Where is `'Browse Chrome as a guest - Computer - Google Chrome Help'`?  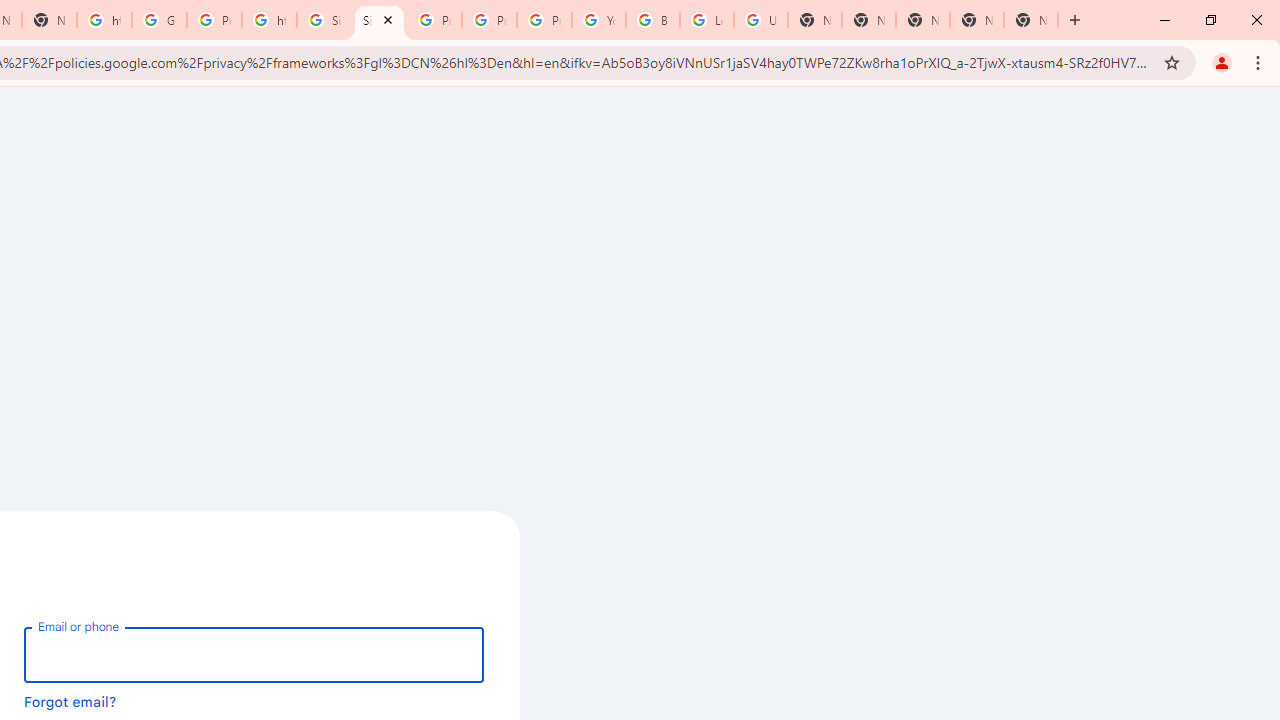
'Browse Chrome as a guest - Computer - Google Chrome Help' is located at coordinates (652, 20).